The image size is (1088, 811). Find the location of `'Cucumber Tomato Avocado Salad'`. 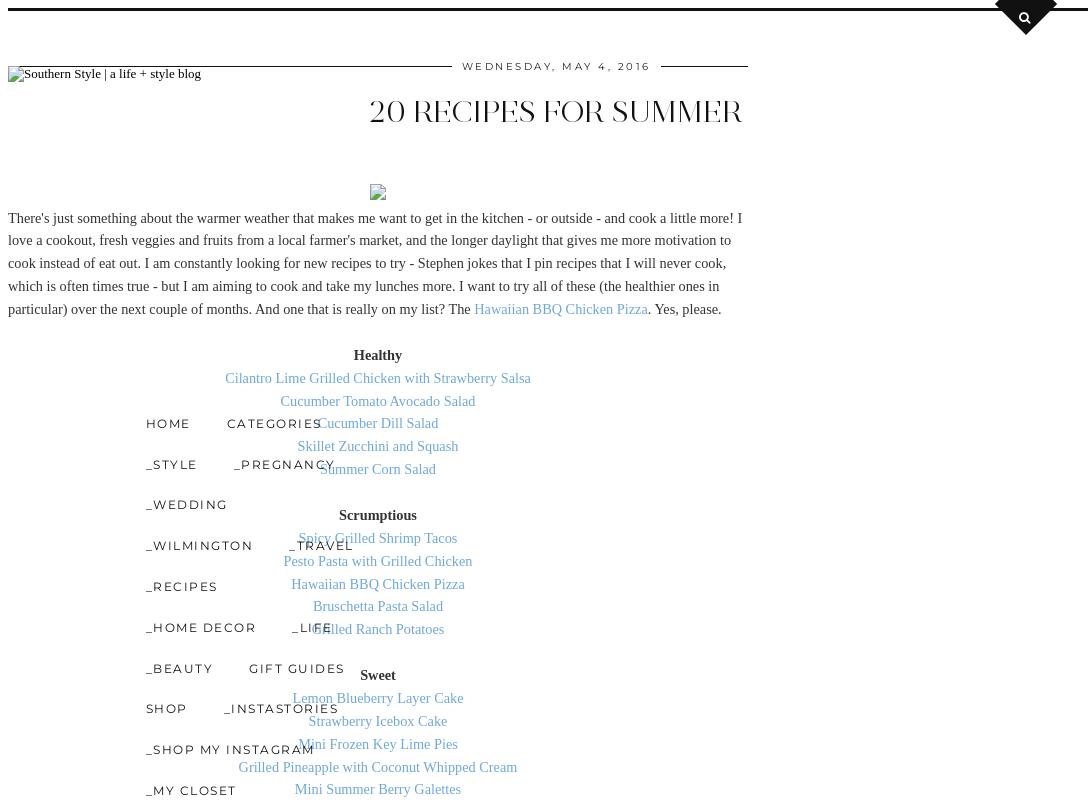

'Cucumber Tomato Avocado Salad' is located at coordinates (377, 399).